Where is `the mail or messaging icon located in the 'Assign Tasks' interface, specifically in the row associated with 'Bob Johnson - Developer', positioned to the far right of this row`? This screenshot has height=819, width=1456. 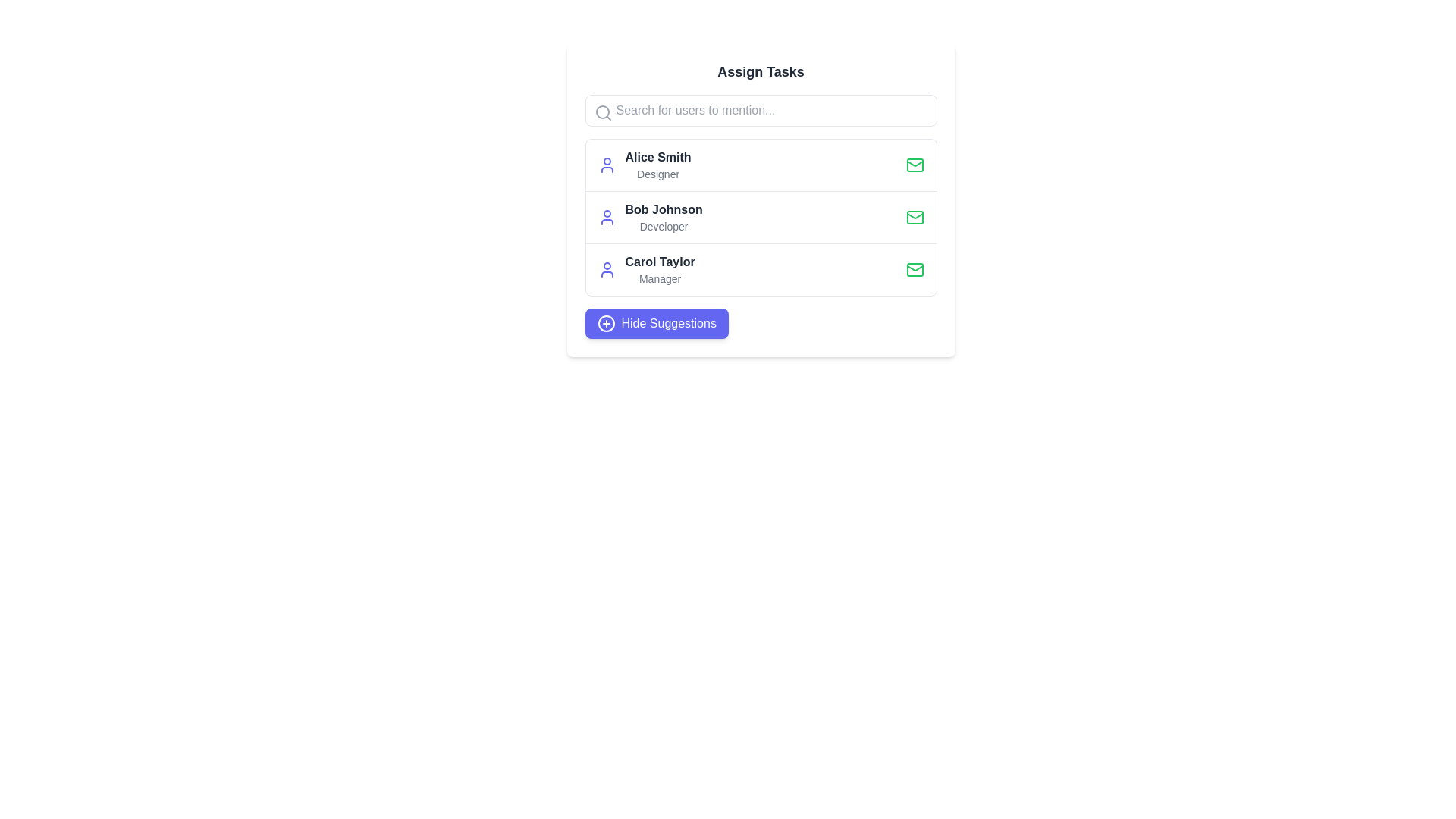 the mail or messaging icon located in the 'Assign Tasks' interface, specifically in the row associated with 'Bob Johnson - Developer', positioned to the far right of this row is located at coordinates (914, 217).